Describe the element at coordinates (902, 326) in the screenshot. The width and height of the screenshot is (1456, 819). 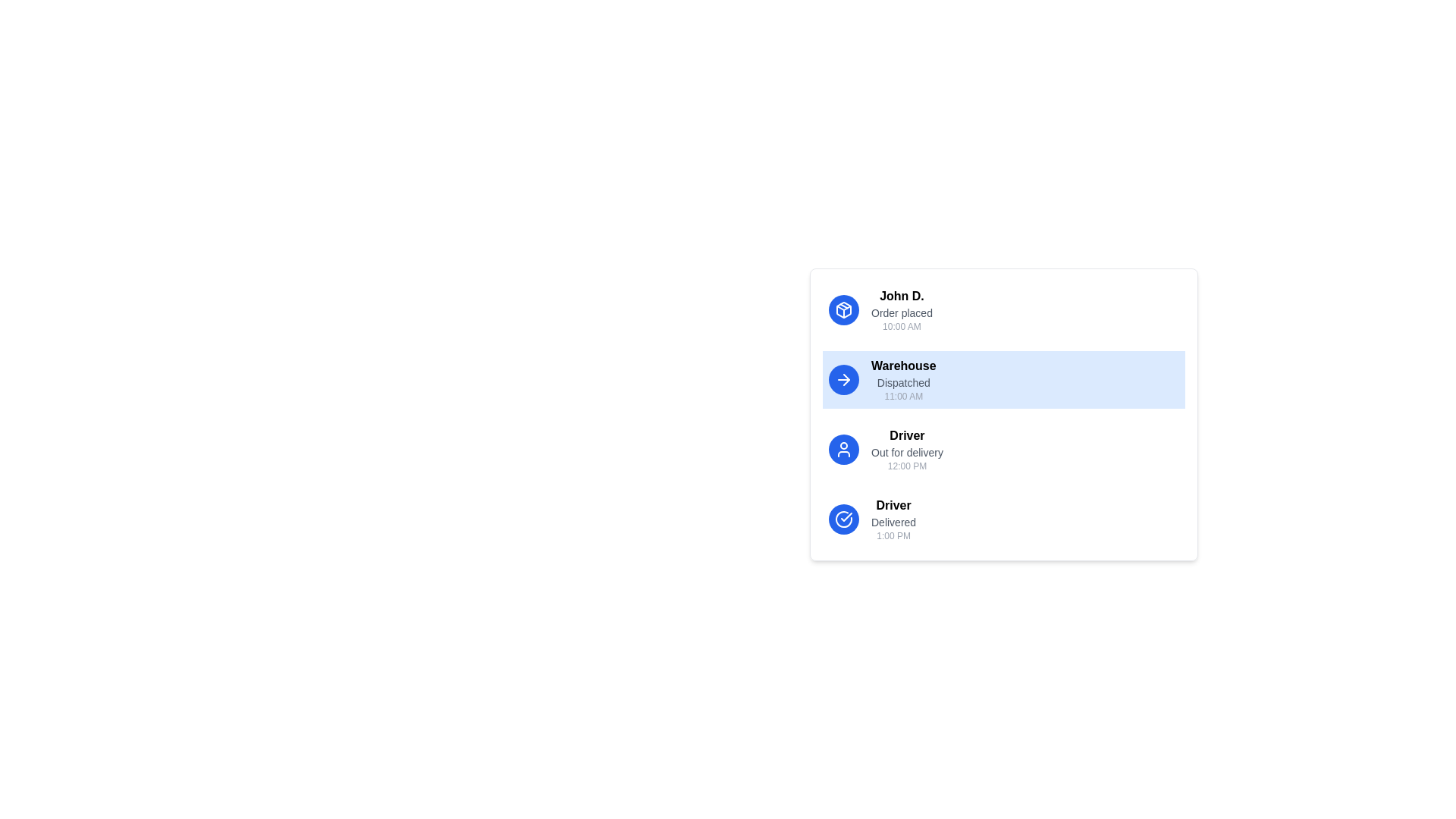
I see `the text label displaying '10:00 AM' in light gray, located at the bottom of the grouped section with 'John D.' and 'Order placed' above it` at that location.